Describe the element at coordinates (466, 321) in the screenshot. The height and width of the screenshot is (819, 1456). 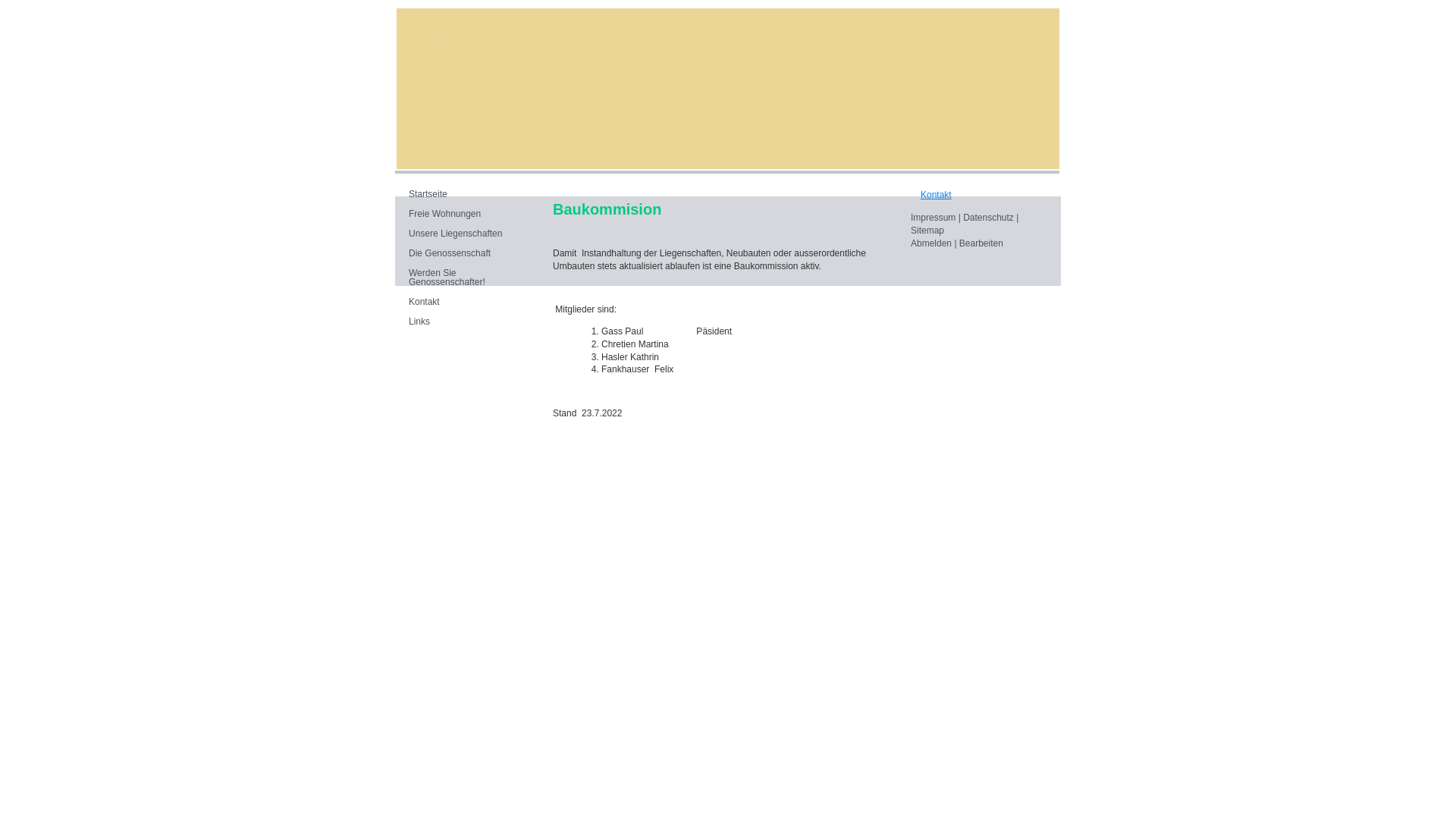
I see `'Links'` at that location.